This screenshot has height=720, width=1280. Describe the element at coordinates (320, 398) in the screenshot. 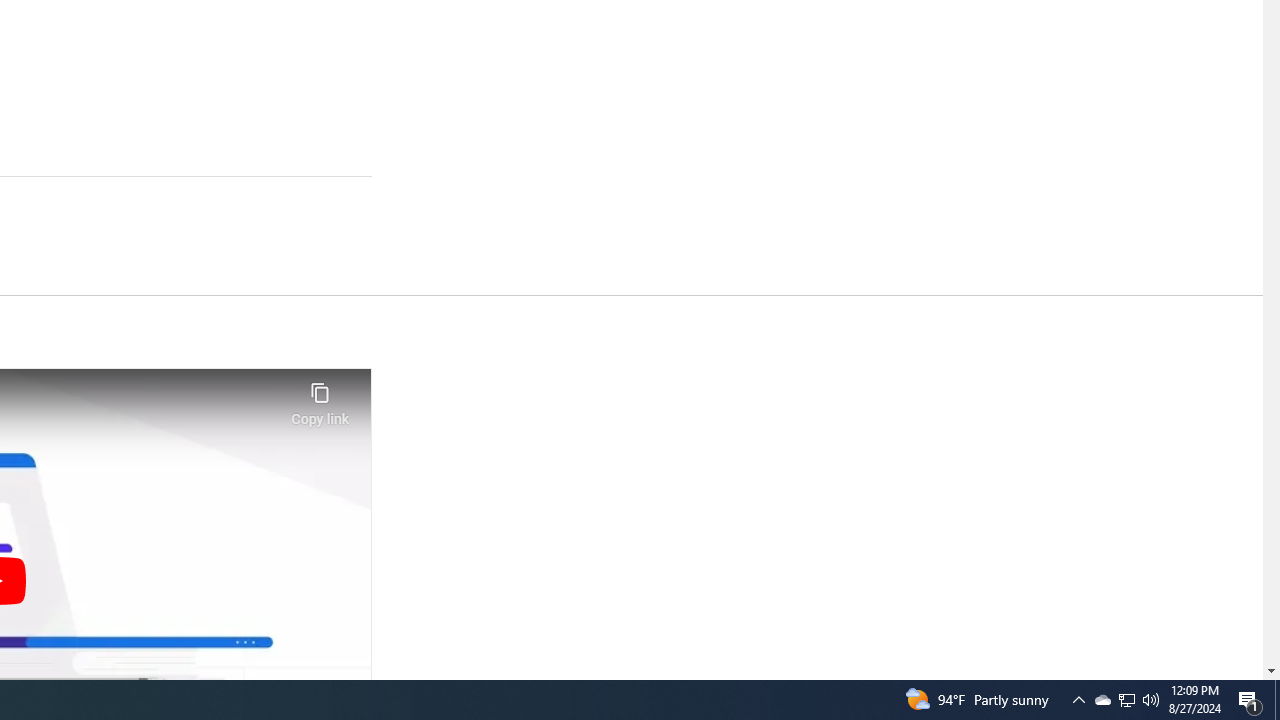

I see `'Copy link'` at that location.